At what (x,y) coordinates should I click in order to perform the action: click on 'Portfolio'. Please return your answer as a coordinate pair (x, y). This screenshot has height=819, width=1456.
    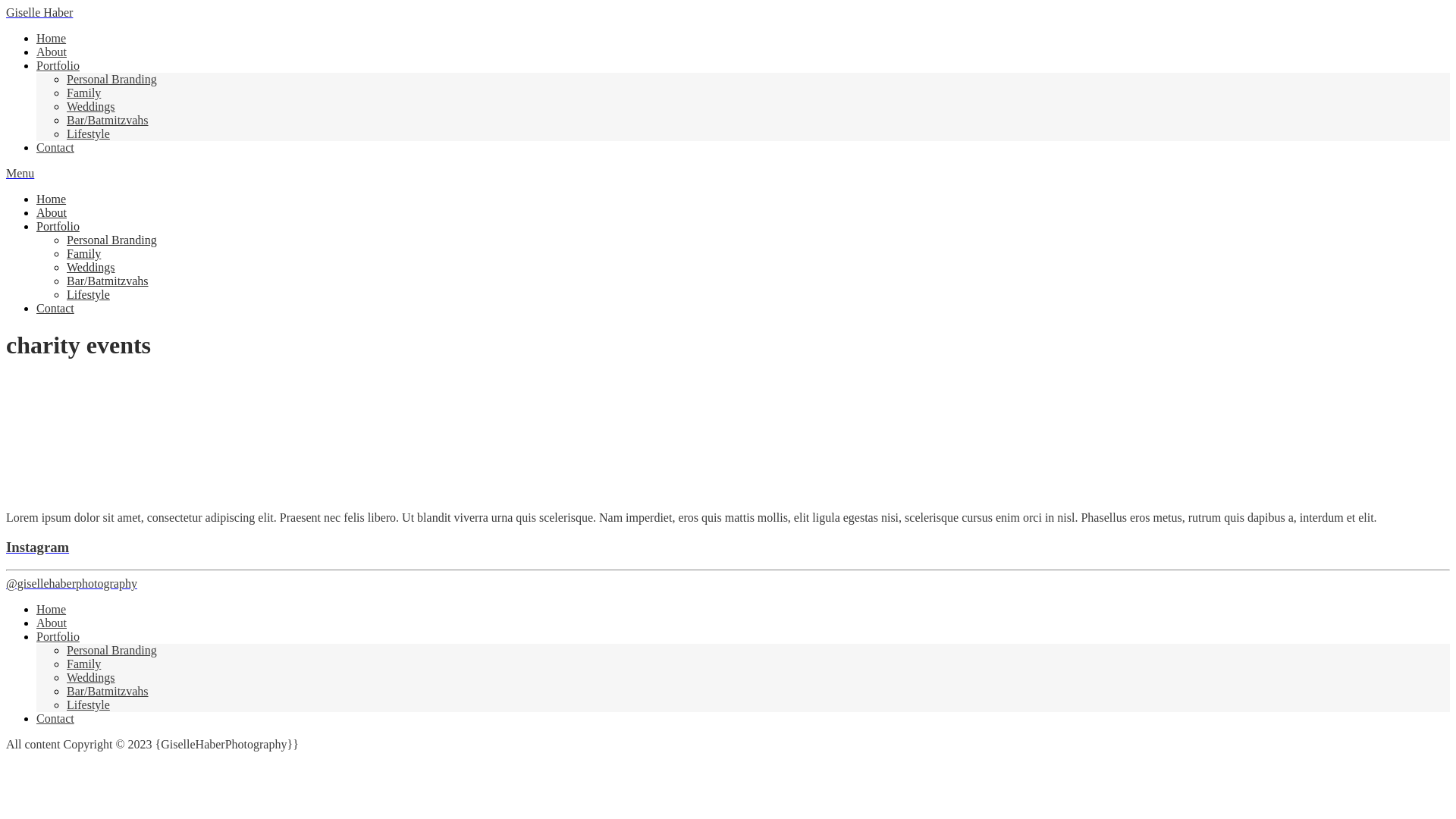
    Looking at the image, I should click on (58, 64).